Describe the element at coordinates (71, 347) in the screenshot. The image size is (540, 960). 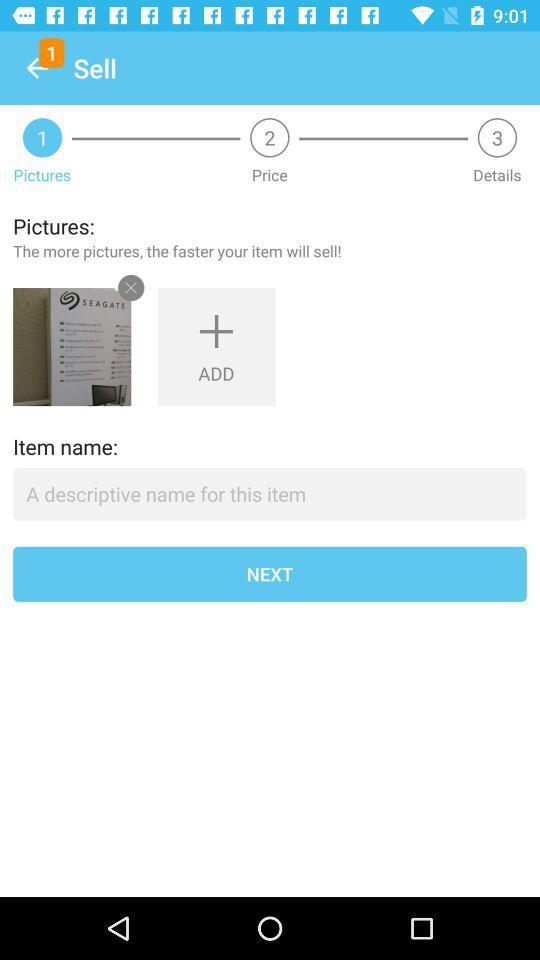
I see `the item above item name: icon` at that location.